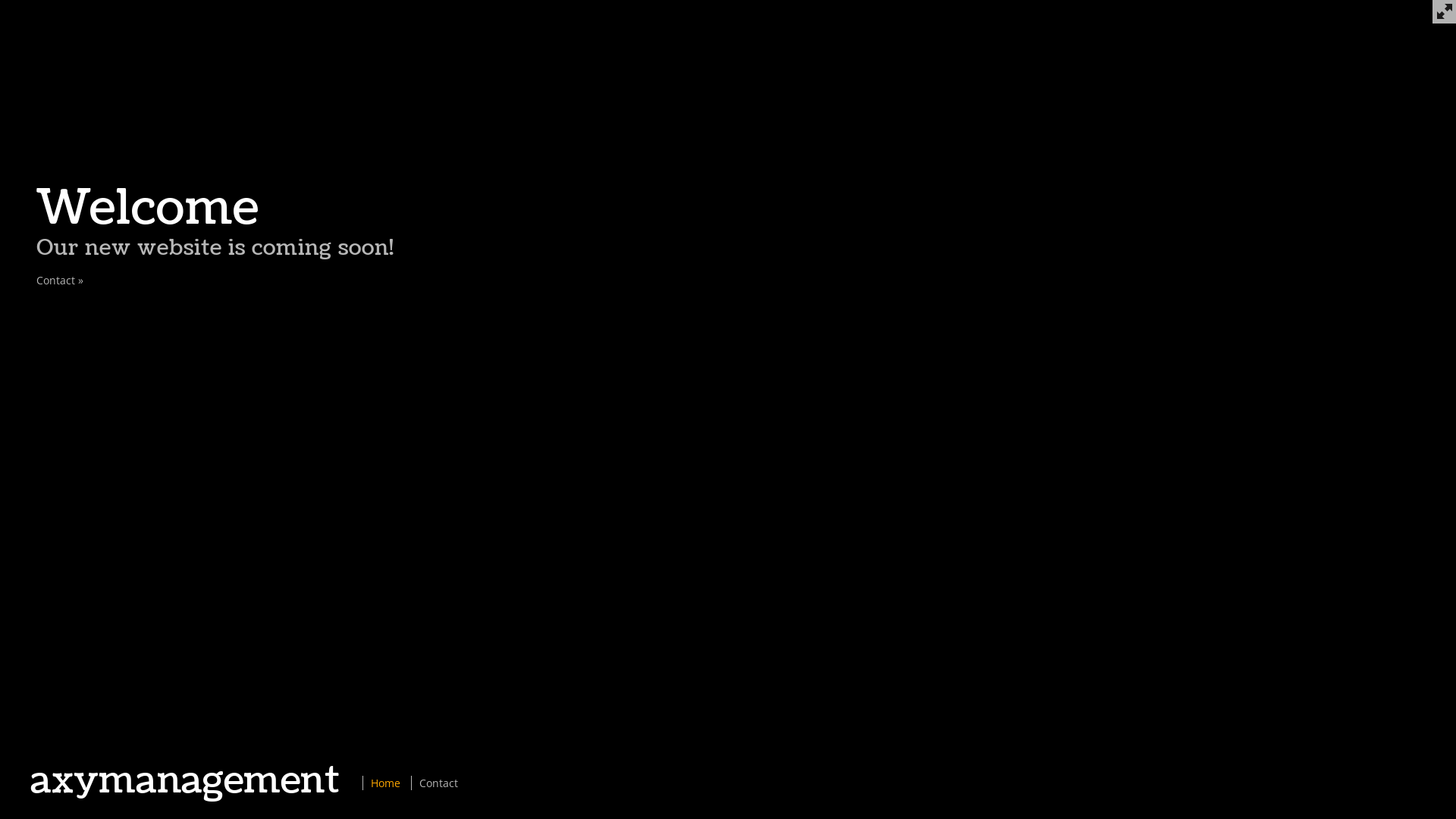  I want to click on 'Contact', so click(419, 783).